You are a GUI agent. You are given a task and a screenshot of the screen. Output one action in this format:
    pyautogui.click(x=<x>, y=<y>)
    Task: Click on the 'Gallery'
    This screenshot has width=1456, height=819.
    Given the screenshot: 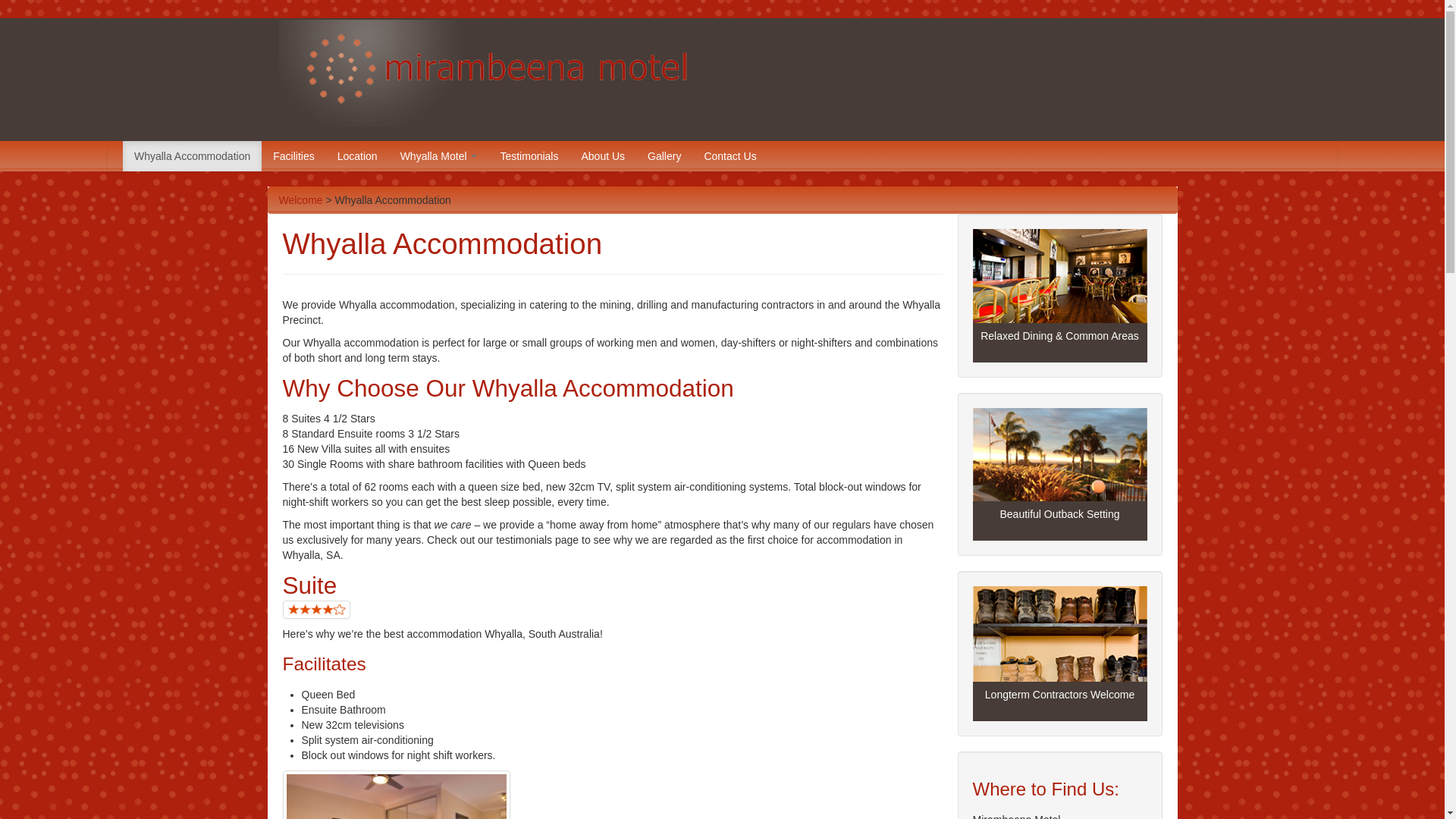 What is the action you would take?
    pyautogui.click(x=664, y=155)
    